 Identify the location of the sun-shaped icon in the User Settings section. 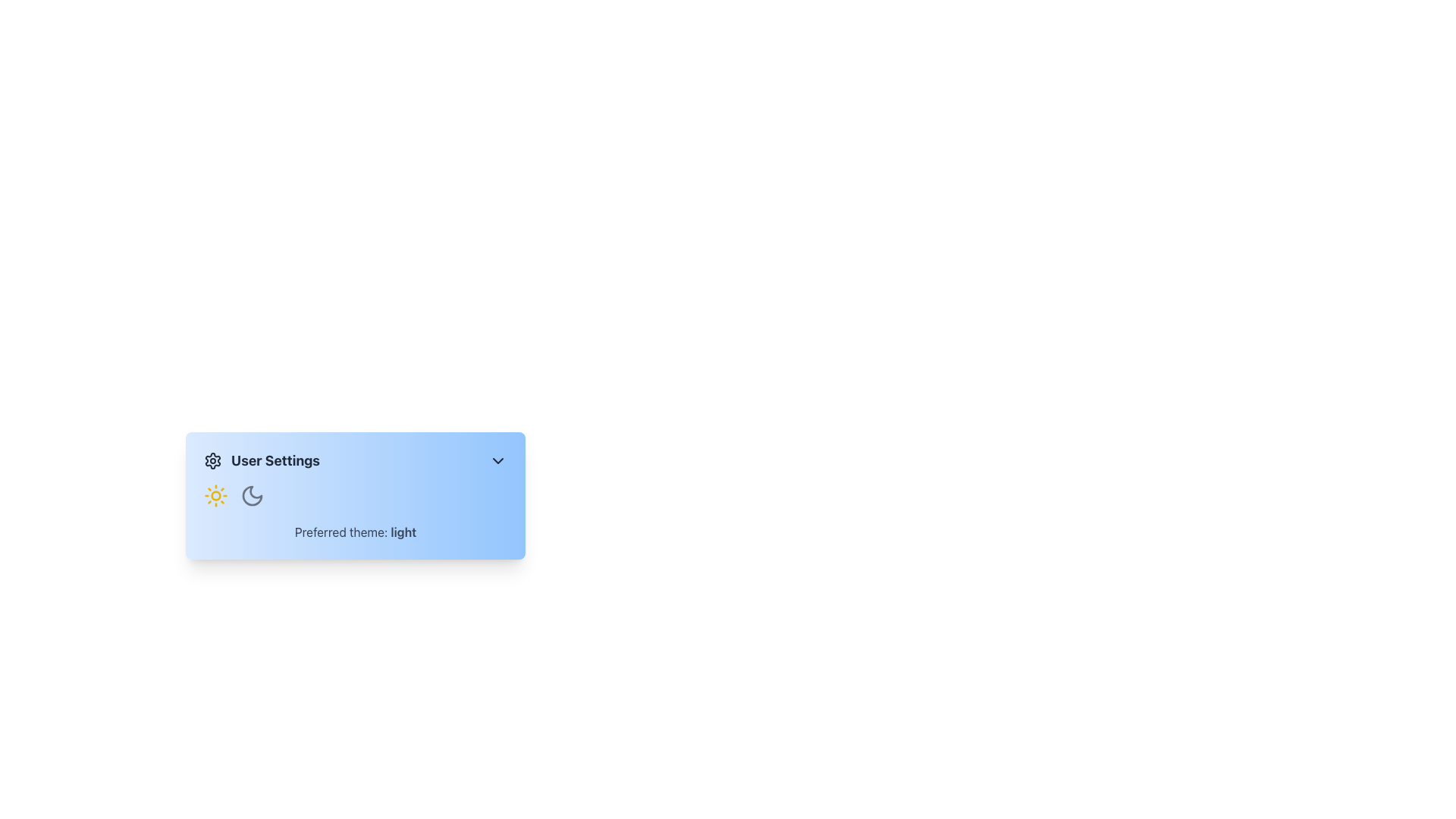
(215, 496).